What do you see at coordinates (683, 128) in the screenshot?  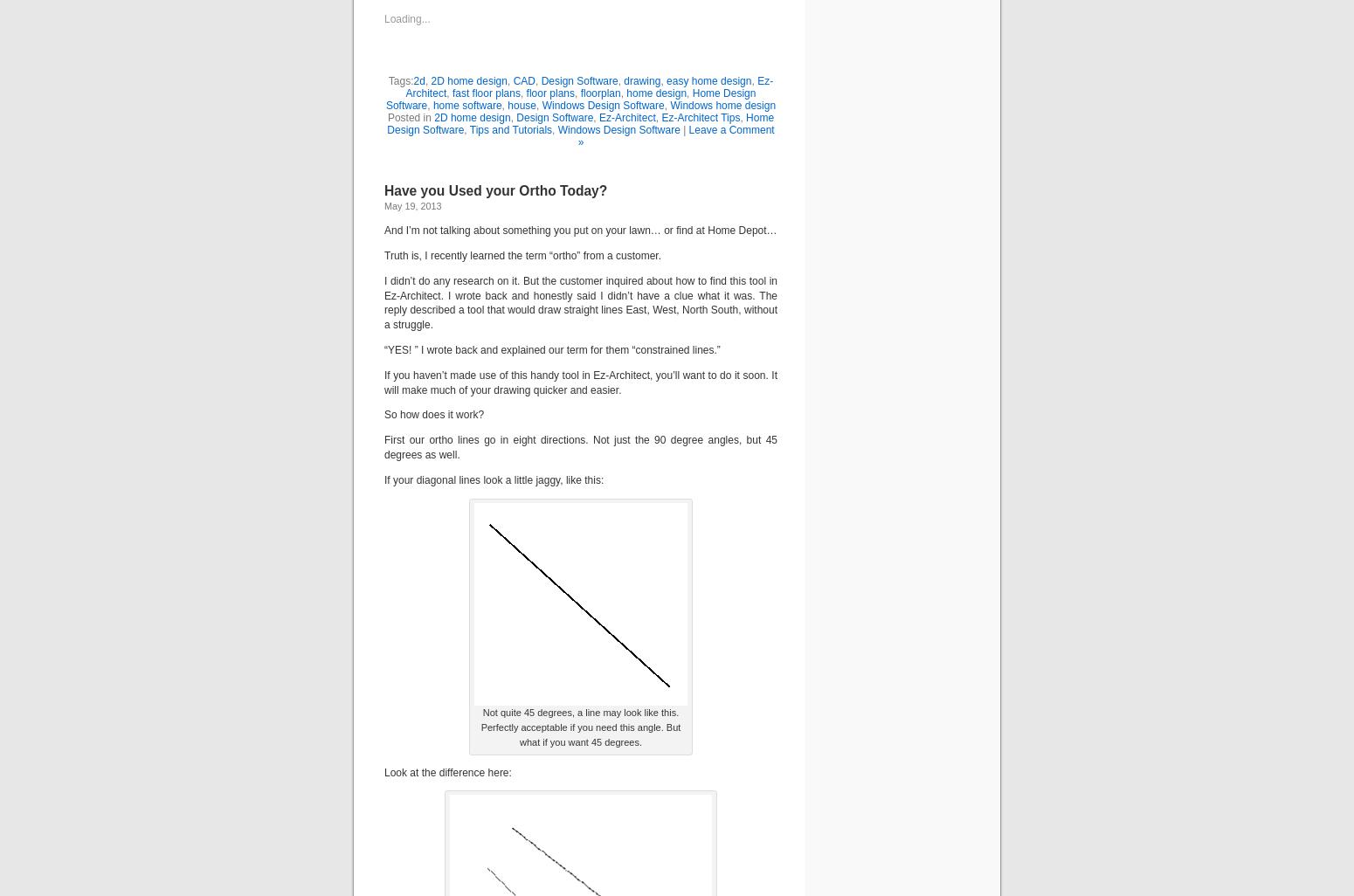 I see `'|'` at bounding box center [683, 128].